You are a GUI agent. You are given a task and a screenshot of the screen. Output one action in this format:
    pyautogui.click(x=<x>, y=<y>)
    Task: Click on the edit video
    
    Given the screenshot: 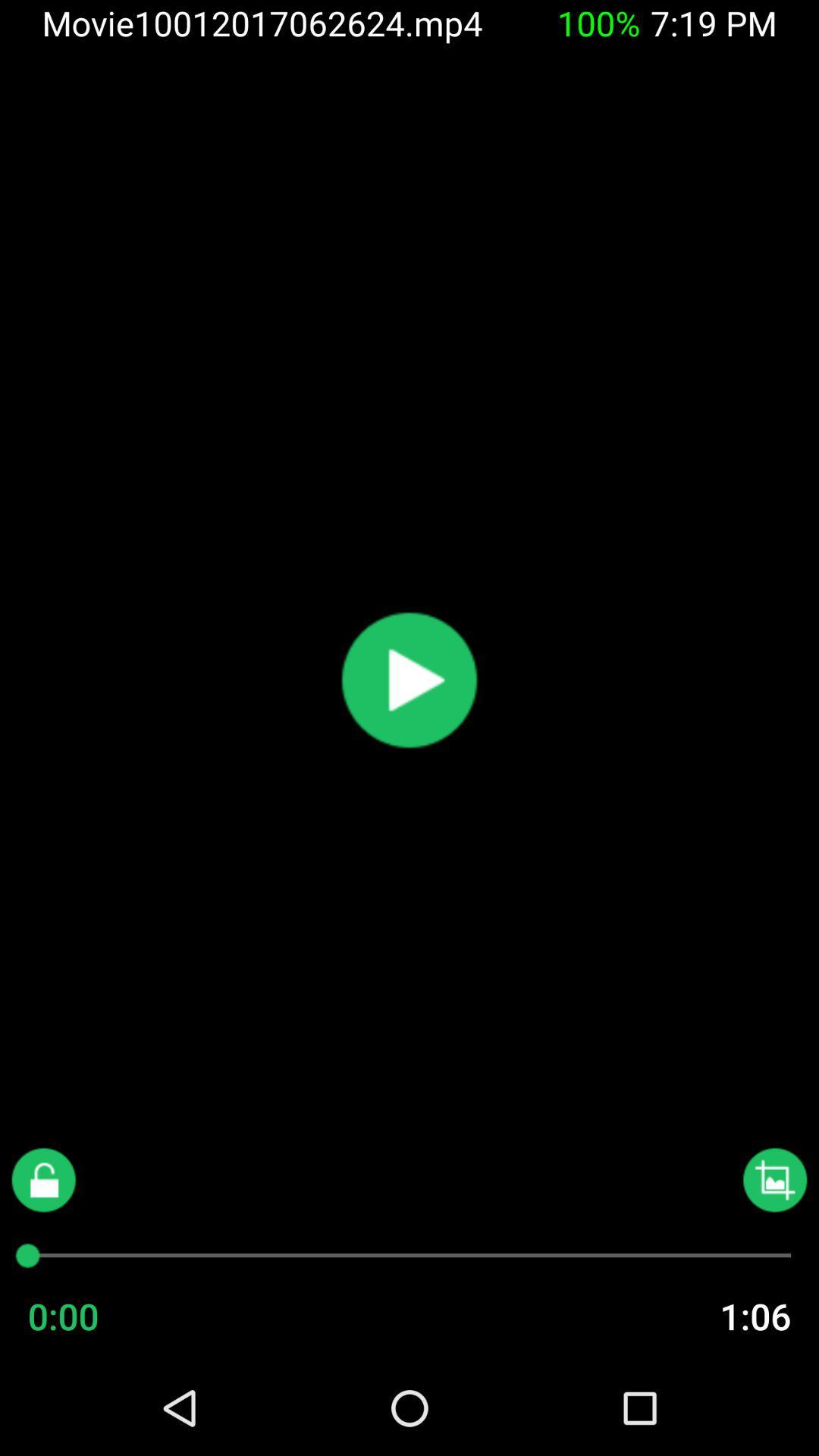 What is the action you would take?
    pyautogui.click(x=775, y=1179)
    